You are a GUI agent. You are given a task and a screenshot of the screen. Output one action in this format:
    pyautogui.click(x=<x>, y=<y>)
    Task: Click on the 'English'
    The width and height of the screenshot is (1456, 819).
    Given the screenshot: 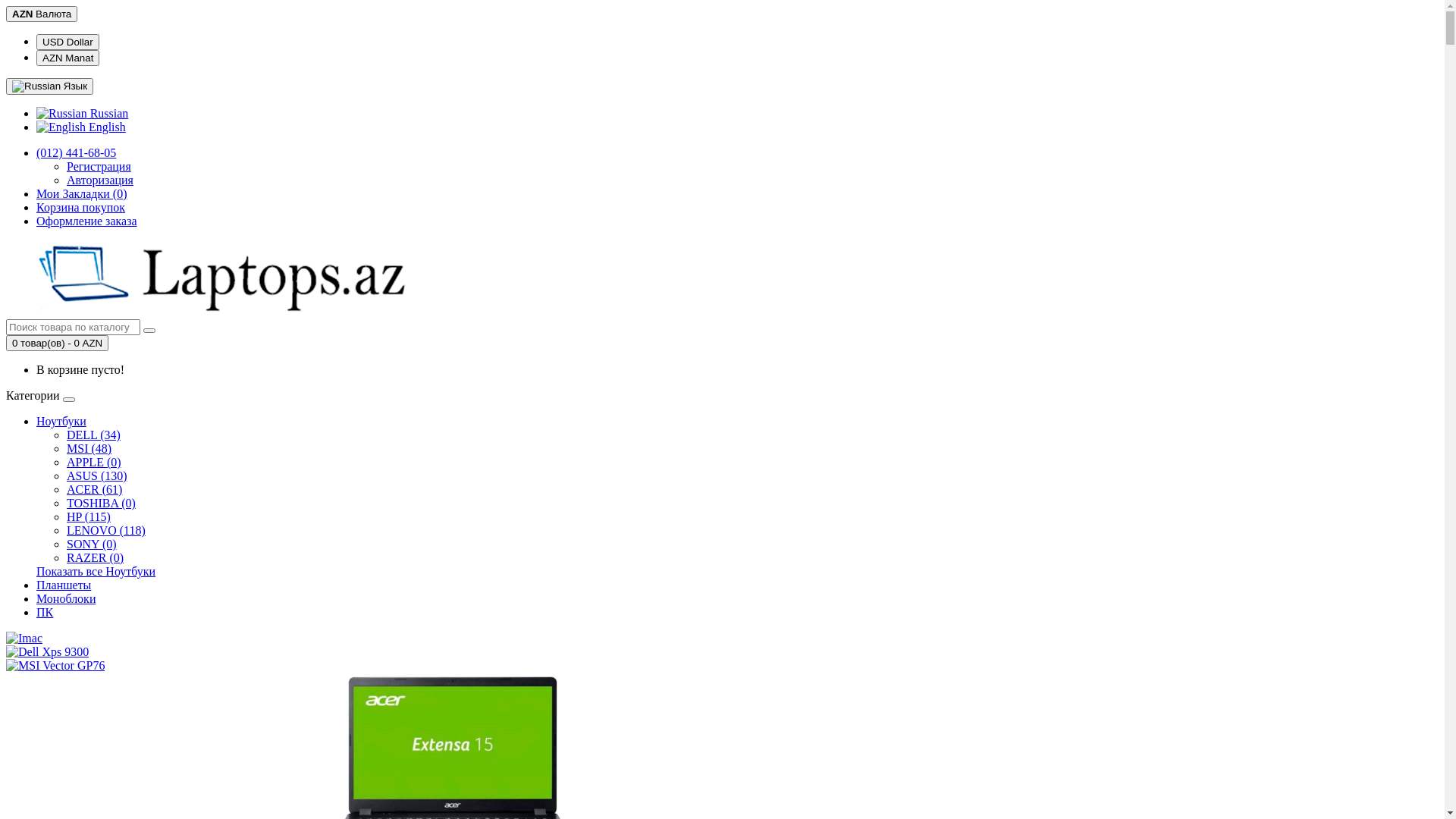 What is the action you would take?
    pyautogui.click(x=61, y=127)
    